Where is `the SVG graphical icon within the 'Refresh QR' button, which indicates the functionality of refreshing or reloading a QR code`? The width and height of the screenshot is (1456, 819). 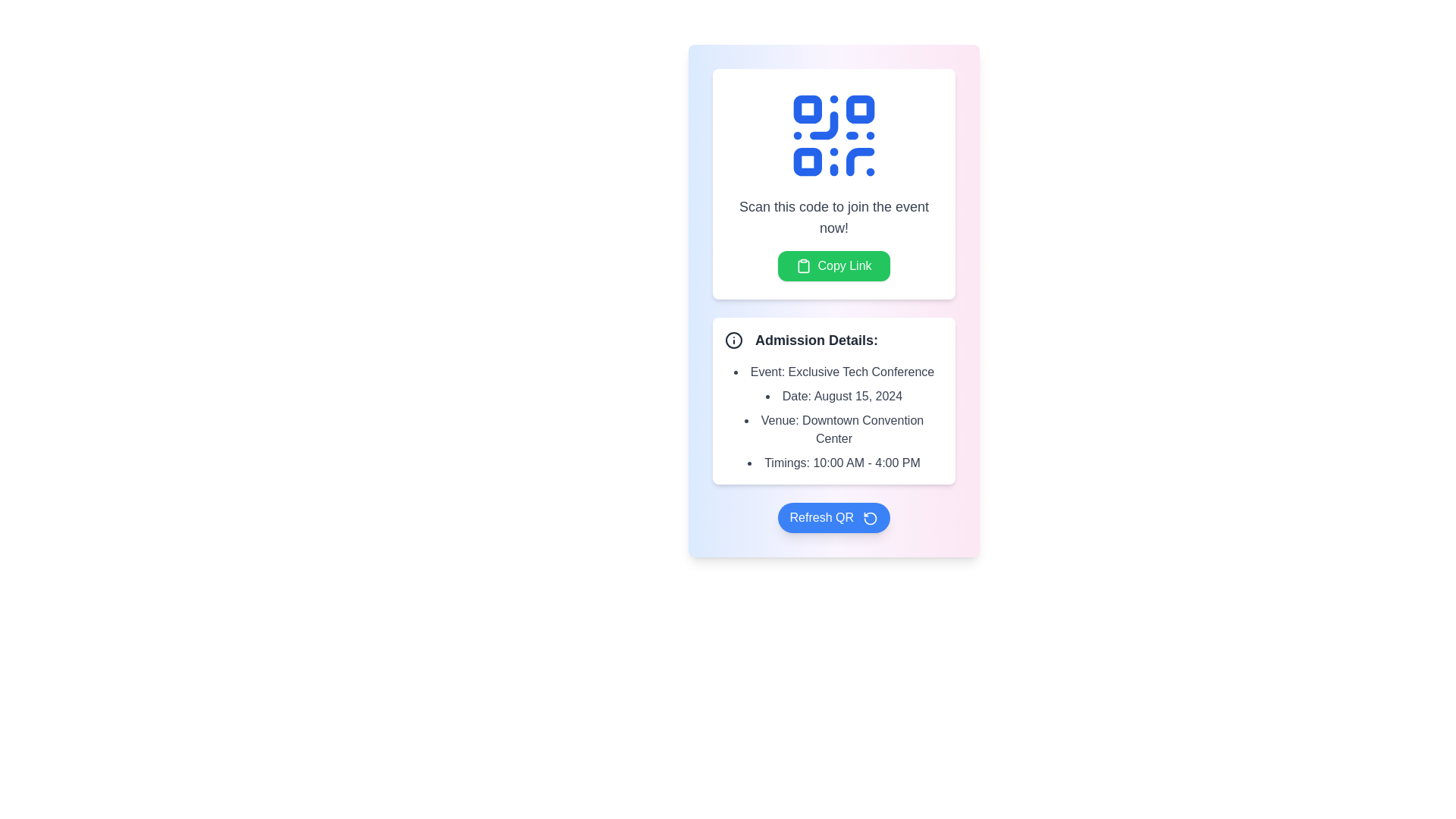
the SVG graphical icon within the 'Refresh QR' button, which indicates the functionality of refreshing or reloading a QR code is located at coordinates (871, 517).